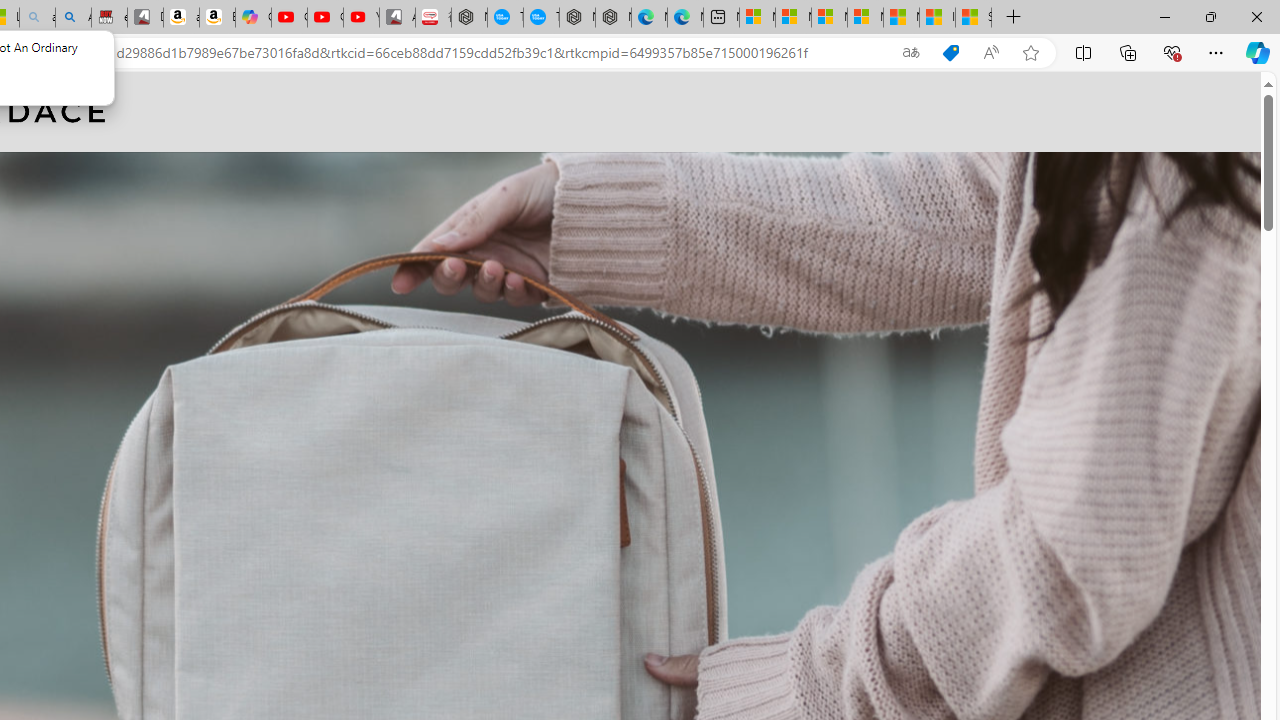 This screenshot has width=1280, height=720. What do you see at coordinates (325, 17) in the screenshot?
I see `'Gloom - YouTube'` at bounding box center [325, 17].